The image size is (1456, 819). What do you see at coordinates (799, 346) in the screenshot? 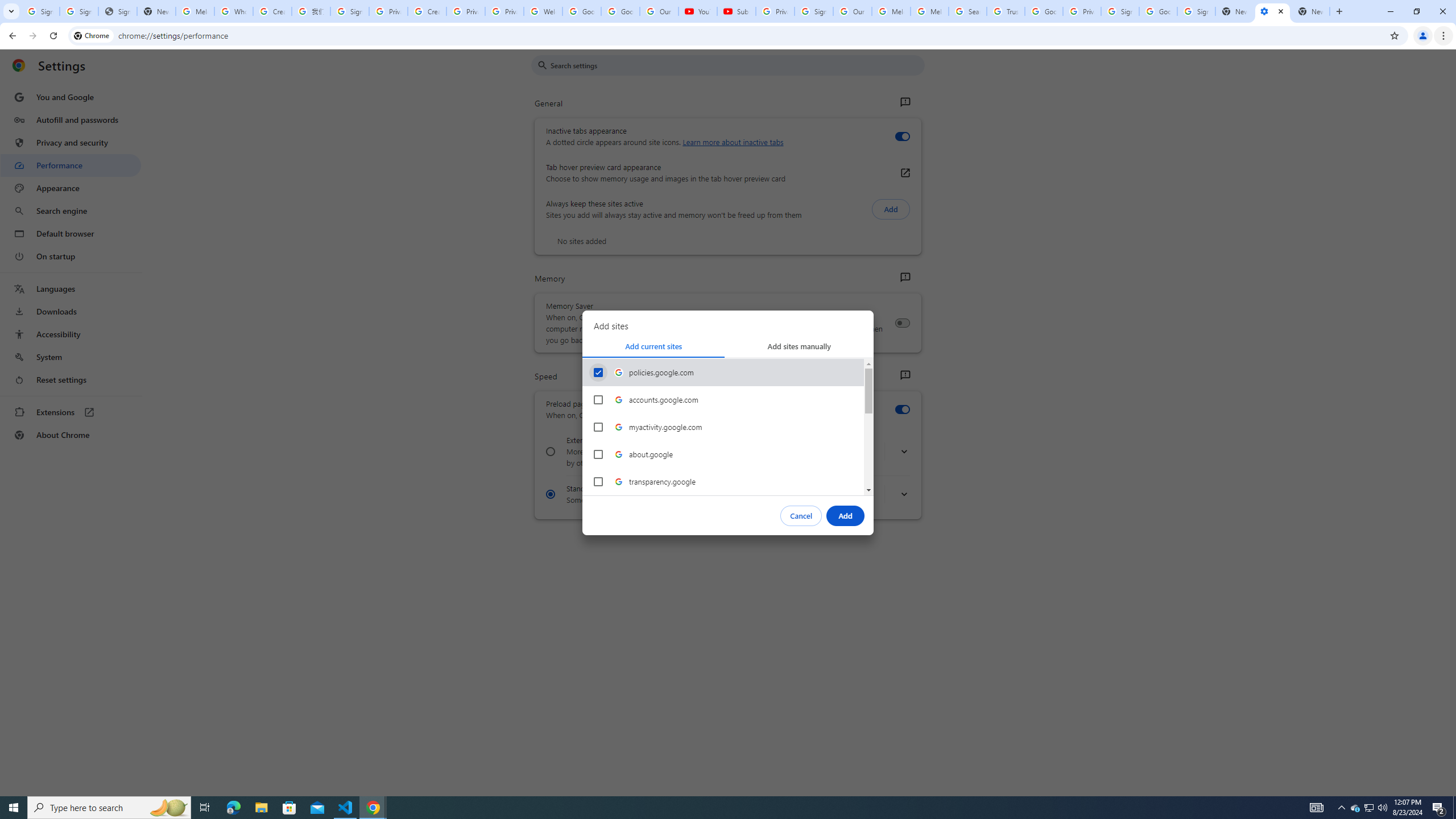
I see `'Add sites manually'` at bounding box center [799, 346].